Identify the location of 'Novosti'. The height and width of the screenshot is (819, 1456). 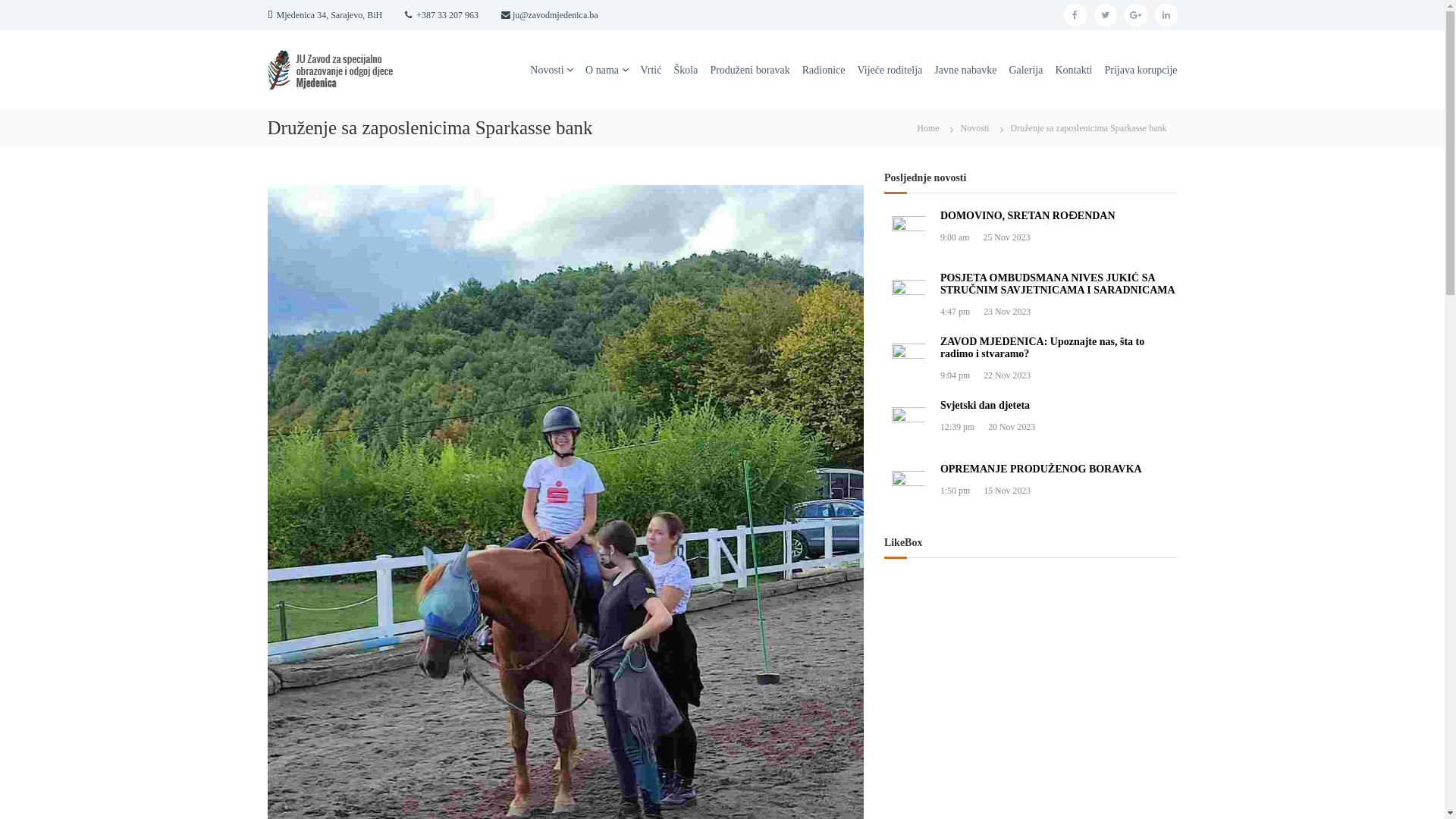
(546, 69).